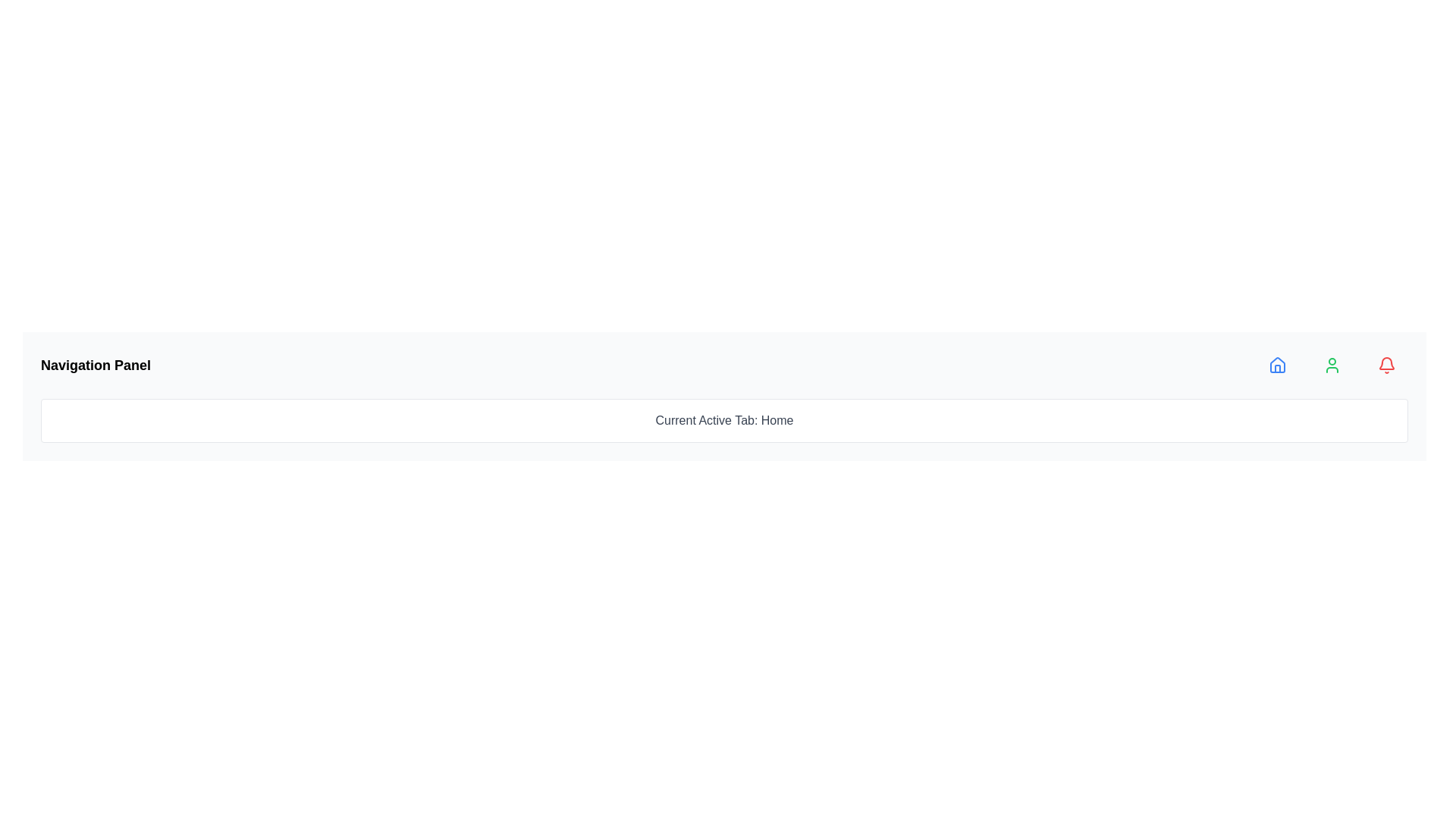 This screenshot has height=819, width=1456. I want to click on the text display element that shows 'Current Active Tab: Home' styled in gray, positioned centrally under the navigation panel, so click(723, 421).